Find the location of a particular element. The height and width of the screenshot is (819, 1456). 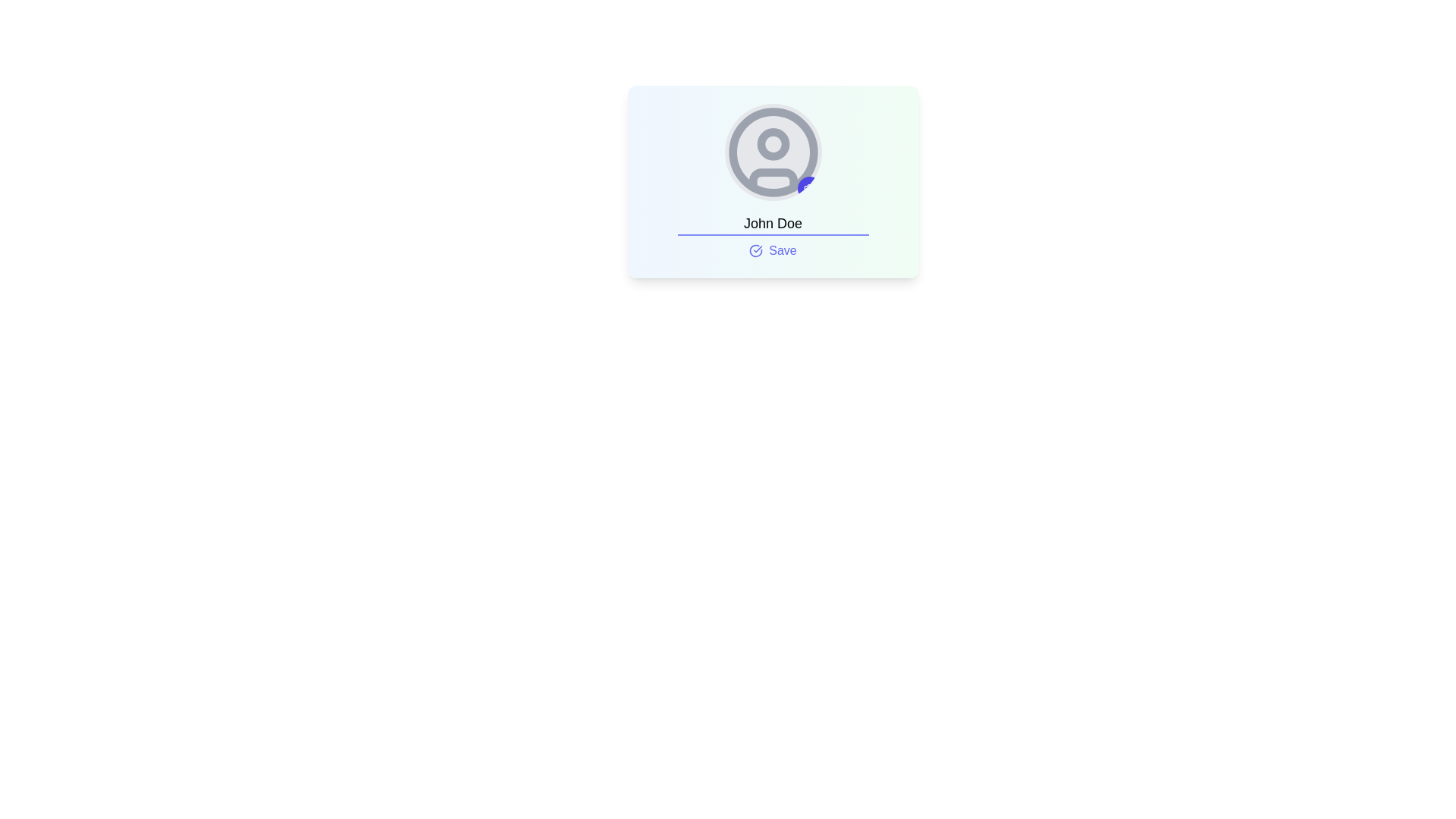

the text input field that allows users to edit or update the displayed text, which is currently set to 'John Doe', located just above the 'Save' button is located at coordinates (773, 224).